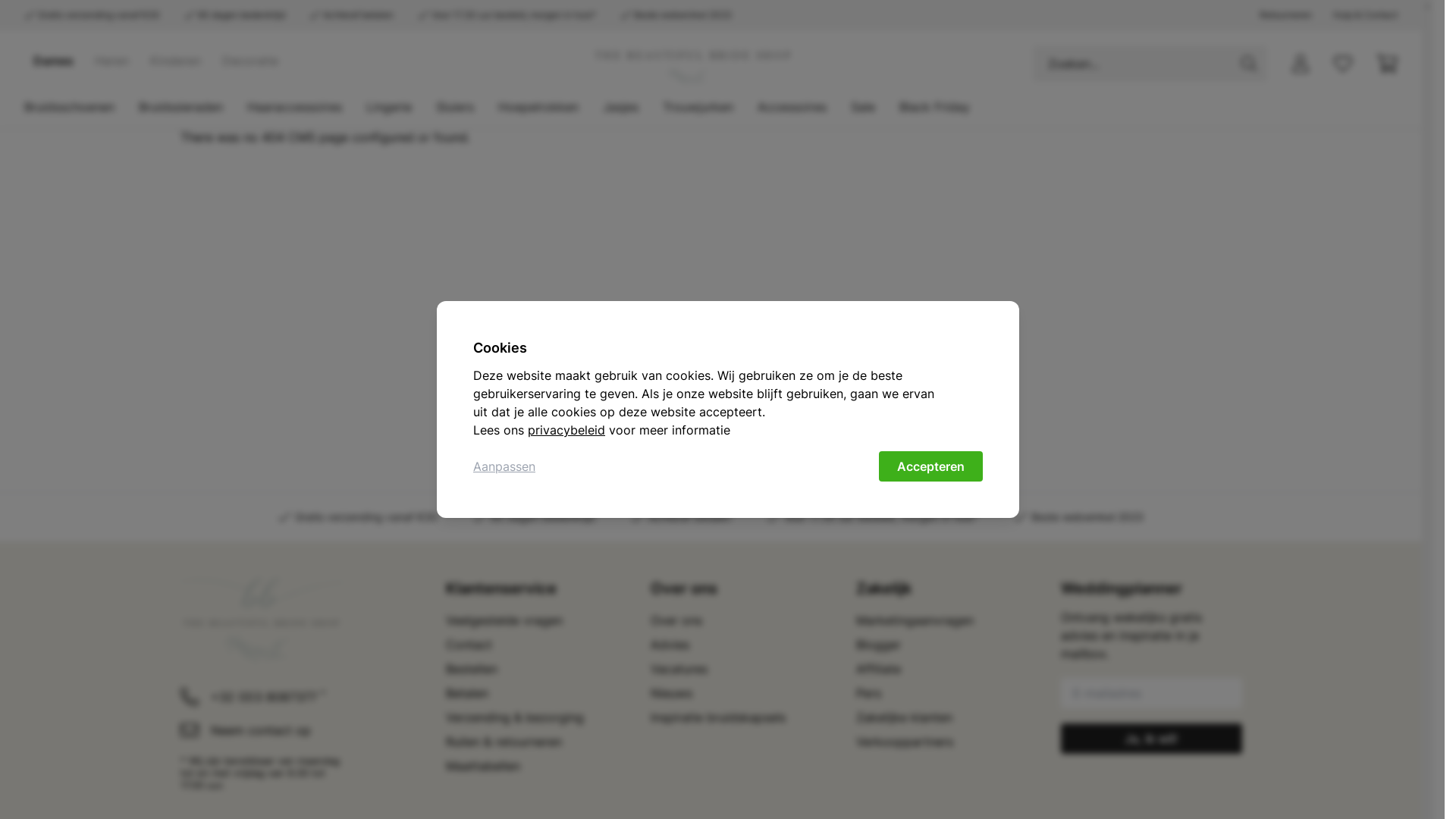 The height and width of the screenshot is (819, 1456). Describe the element at coordinates (697, 106) in the screenshot. I see `'Trouwjurken'` at that location.